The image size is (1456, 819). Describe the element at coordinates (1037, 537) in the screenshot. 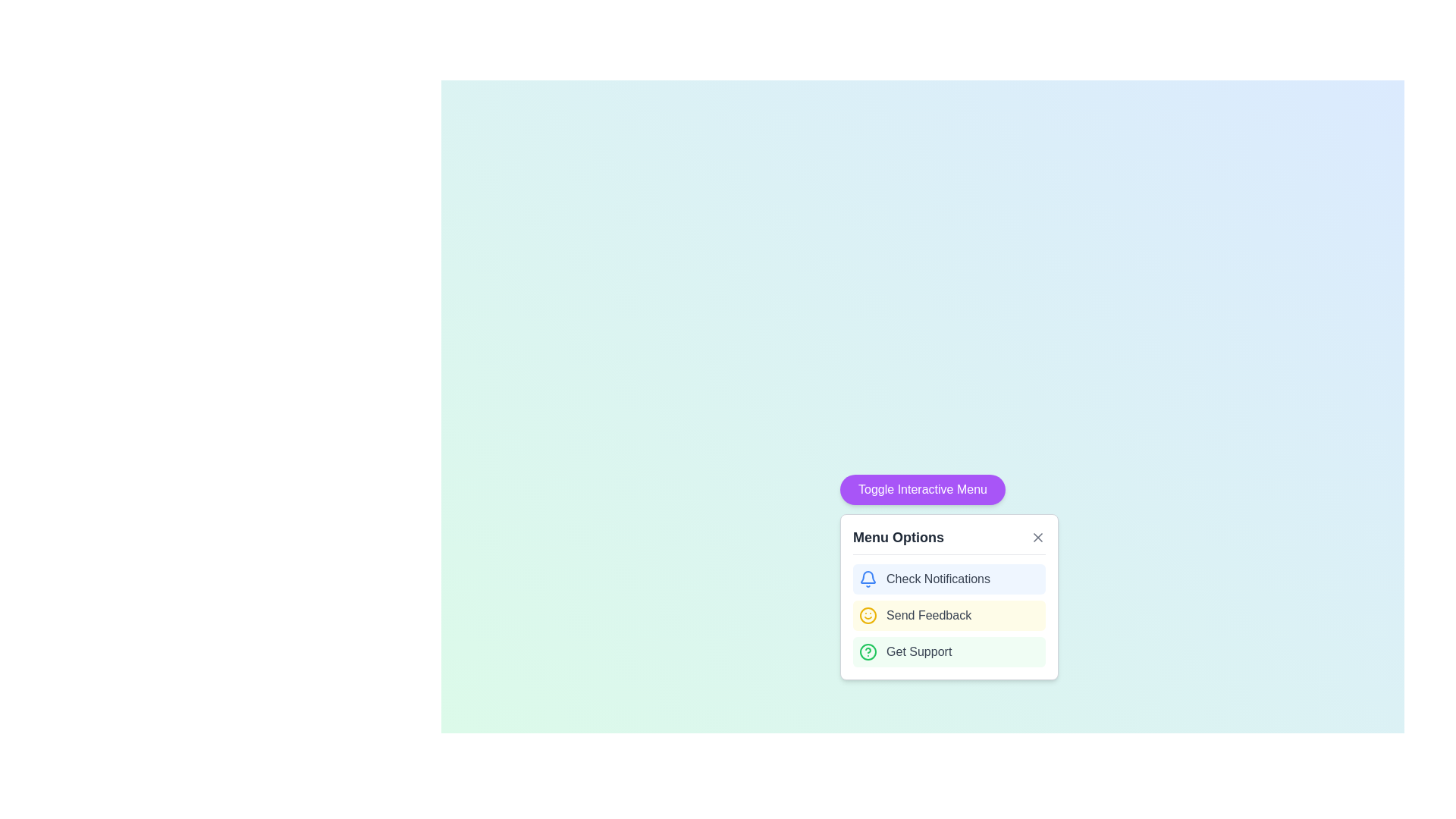

I see `the close button shaped like an 'X' located in the upper-right corner of the 'Menu Options' section` at that location.